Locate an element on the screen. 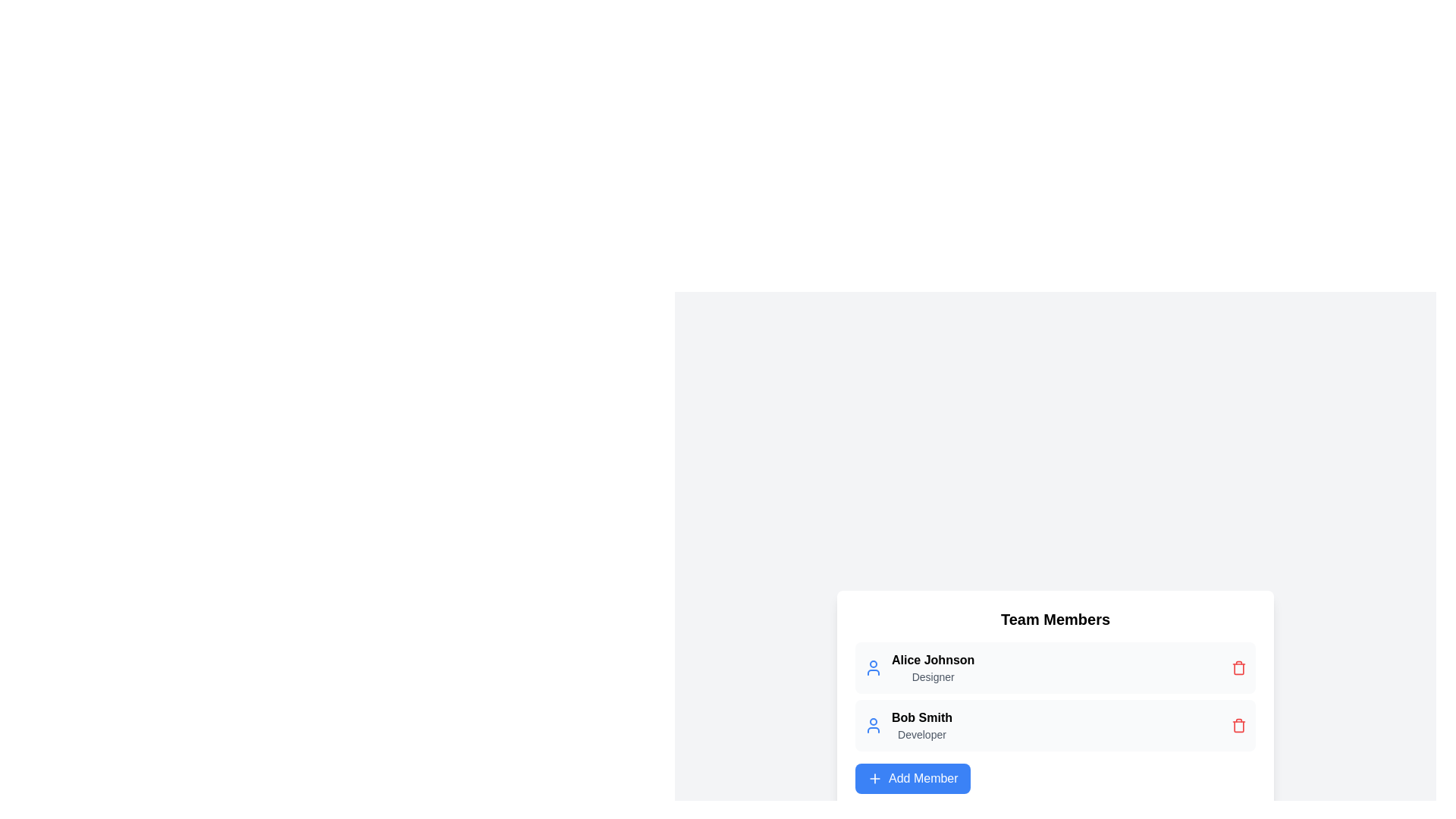 The height and width of the screenshot is (819, 1456). displayed information from the list item for team member 'Bob Smith', which includes his name and title as 'Developer' is located at coordinates (1055, 724).